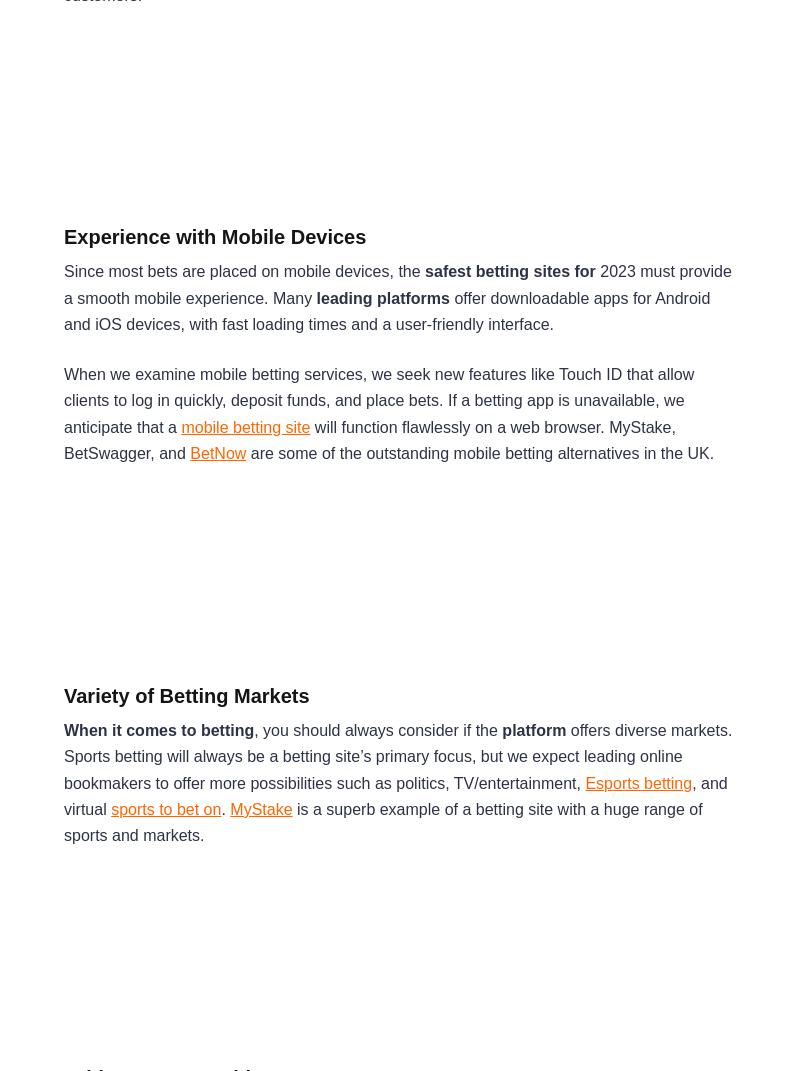 The width and height of the screenshot is (800, 1071). Describe the element at coordinates (381, 820) in the screenshot. I see `'is a superb example of a betting site with a huge range of sports and markets.'` at that location.